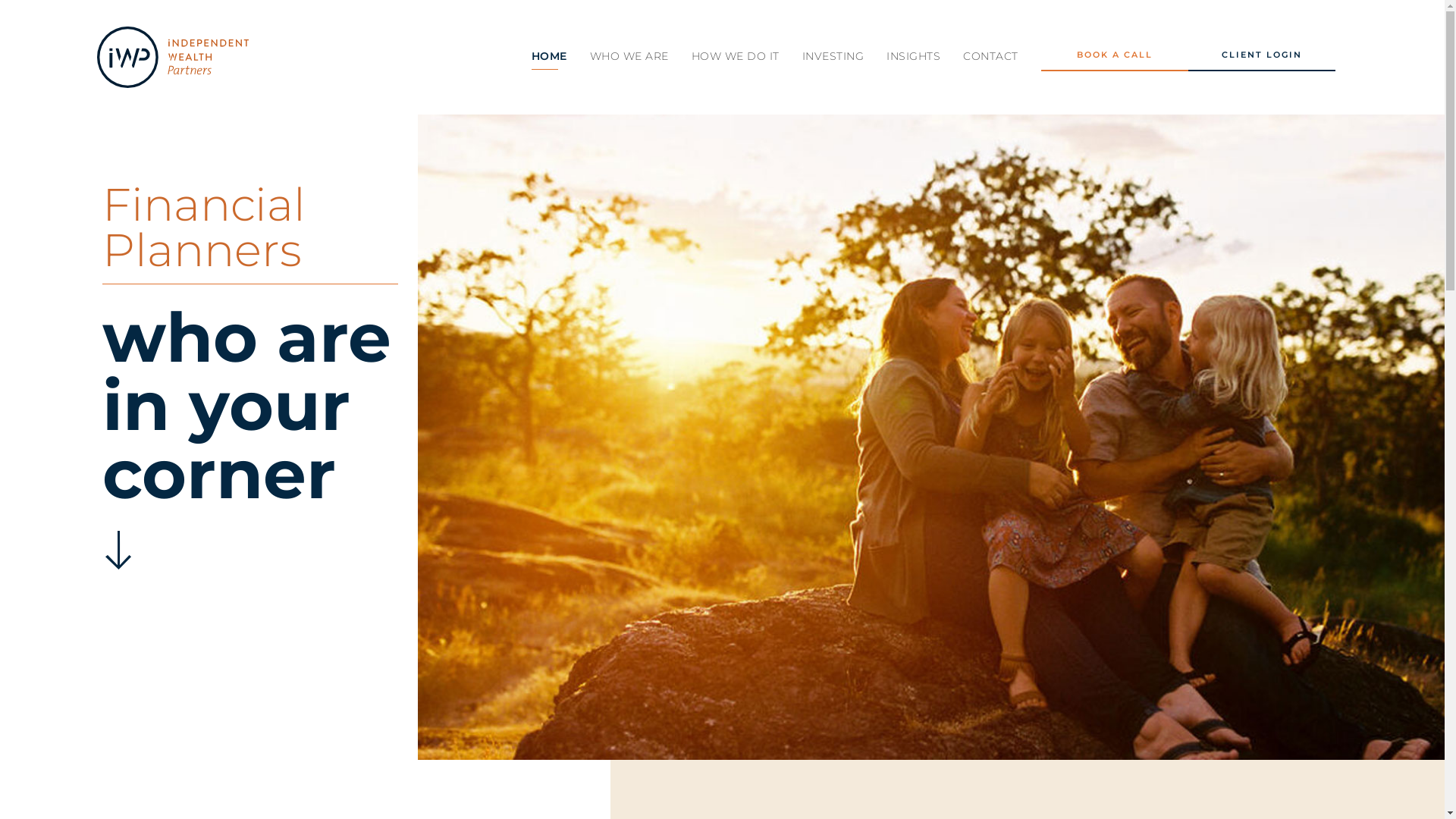 This screenshot has width=1456, height=819. Describe the element at coordinates (833, 55) in the screenshot. I see `'INVESTING'` at that location.